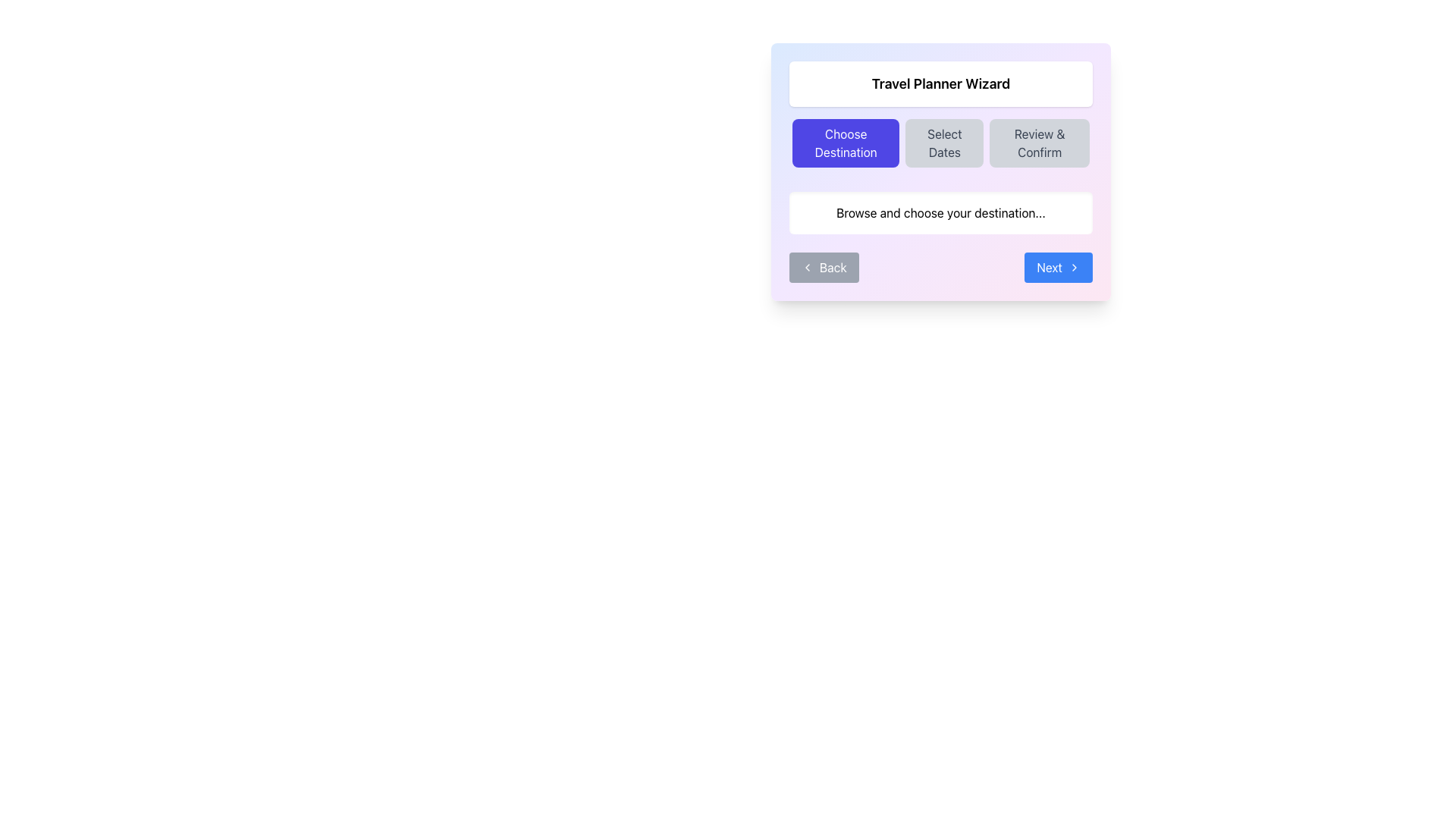 This screenshot has width=1456, height=819. Describe the element at coordinates (1039, 143) in the screenshot. I see `the 'Review & Confirm' button located as the third button in a horizontal series of three, positioned below the 'Travel Planner Wizard' heading` at that location.